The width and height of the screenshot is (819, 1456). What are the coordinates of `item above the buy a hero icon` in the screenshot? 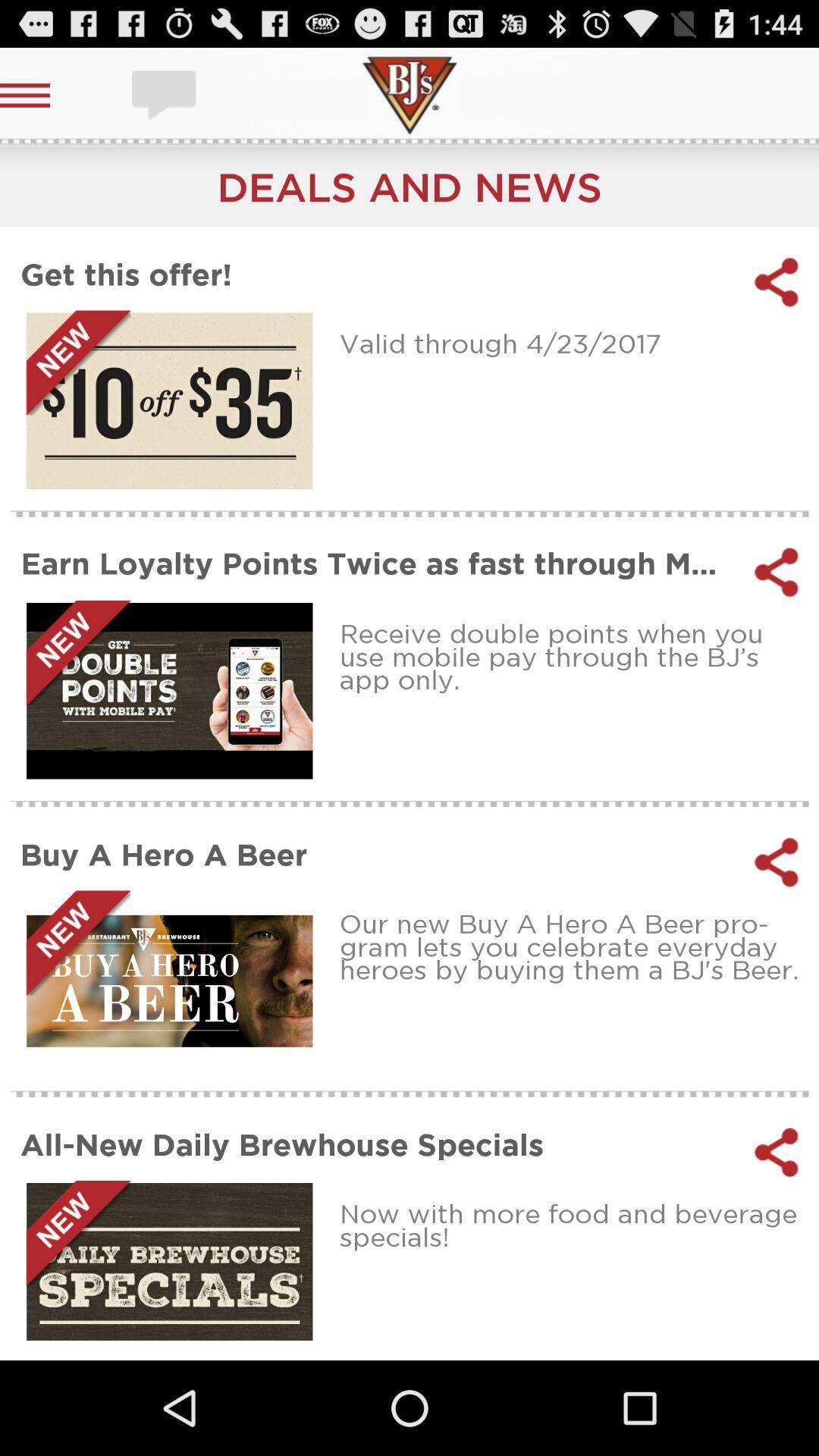 It's located at (574, 657).